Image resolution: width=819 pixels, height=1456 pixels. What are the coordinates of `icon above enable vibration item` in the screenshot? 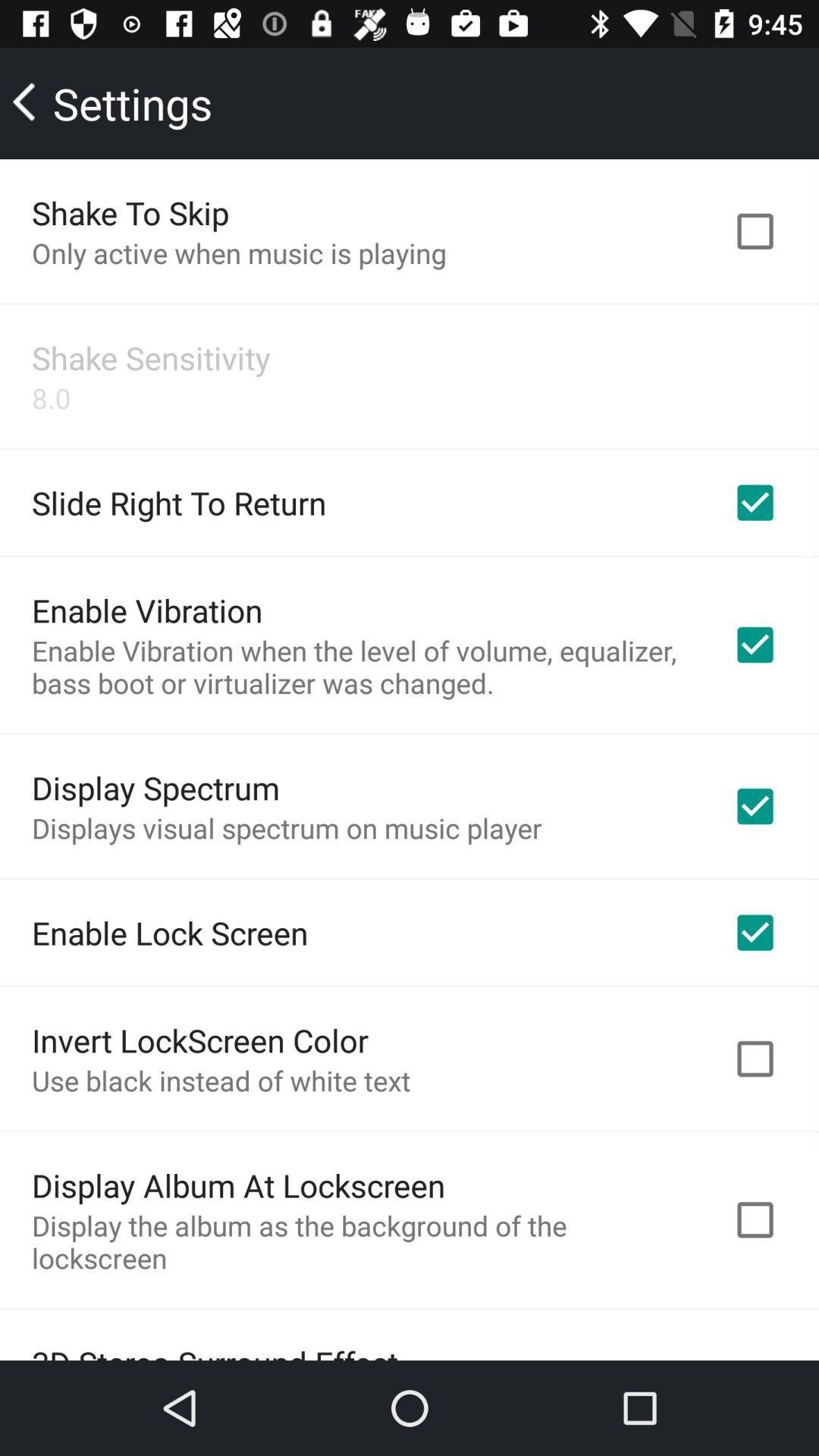 It's located at (178, 502).